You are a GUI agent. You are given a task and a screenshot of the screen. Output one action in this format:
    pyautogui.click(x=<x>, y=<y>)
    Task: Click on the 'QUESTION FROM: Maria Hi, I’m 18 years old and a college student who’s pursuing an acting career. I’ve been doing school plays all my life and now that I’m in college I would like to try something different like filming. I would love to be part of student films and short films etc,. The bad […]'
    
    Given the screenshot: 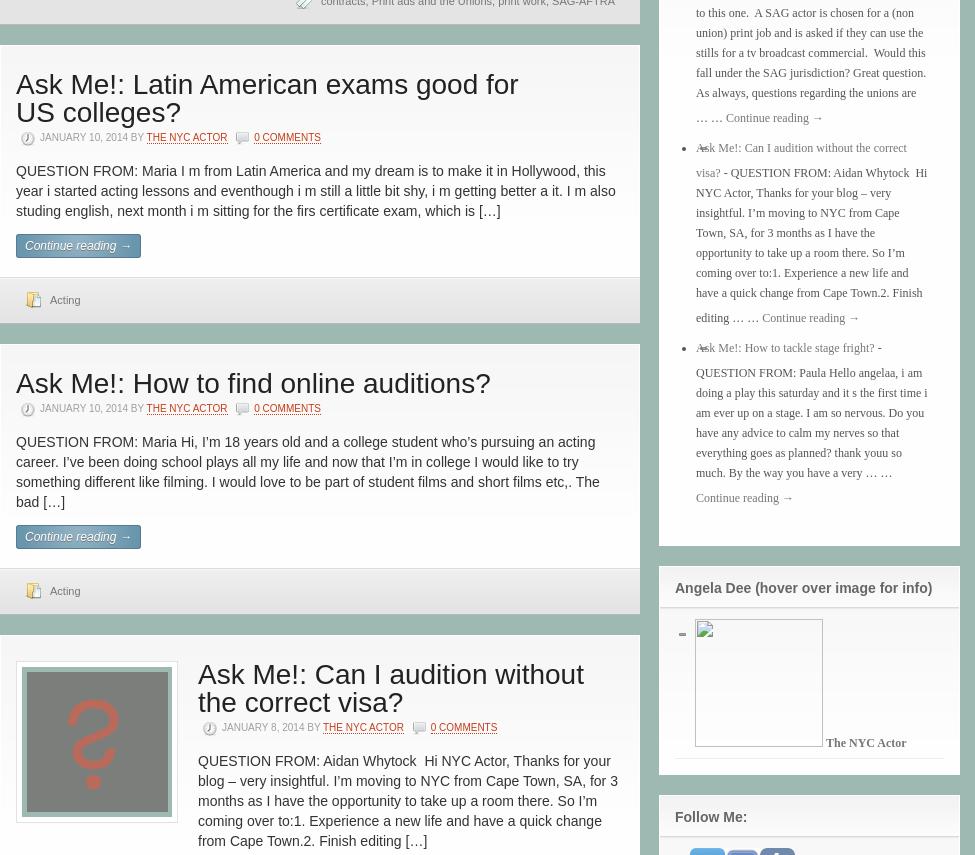 What is the action you would take?
    pyautogui.click(x=306, y=471)
    